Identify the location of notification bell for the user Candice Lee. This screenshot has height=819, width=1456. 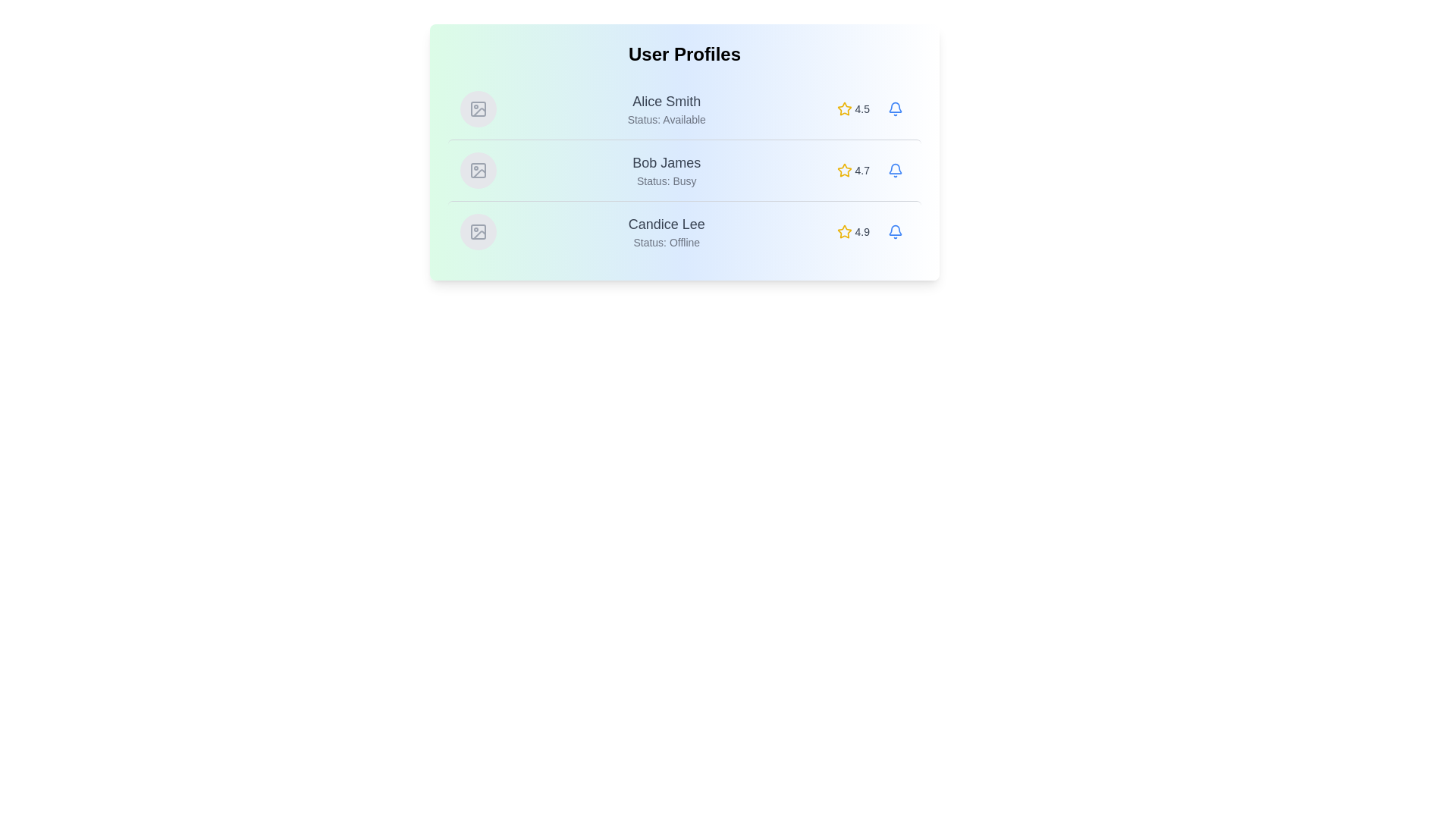
(895, 231).